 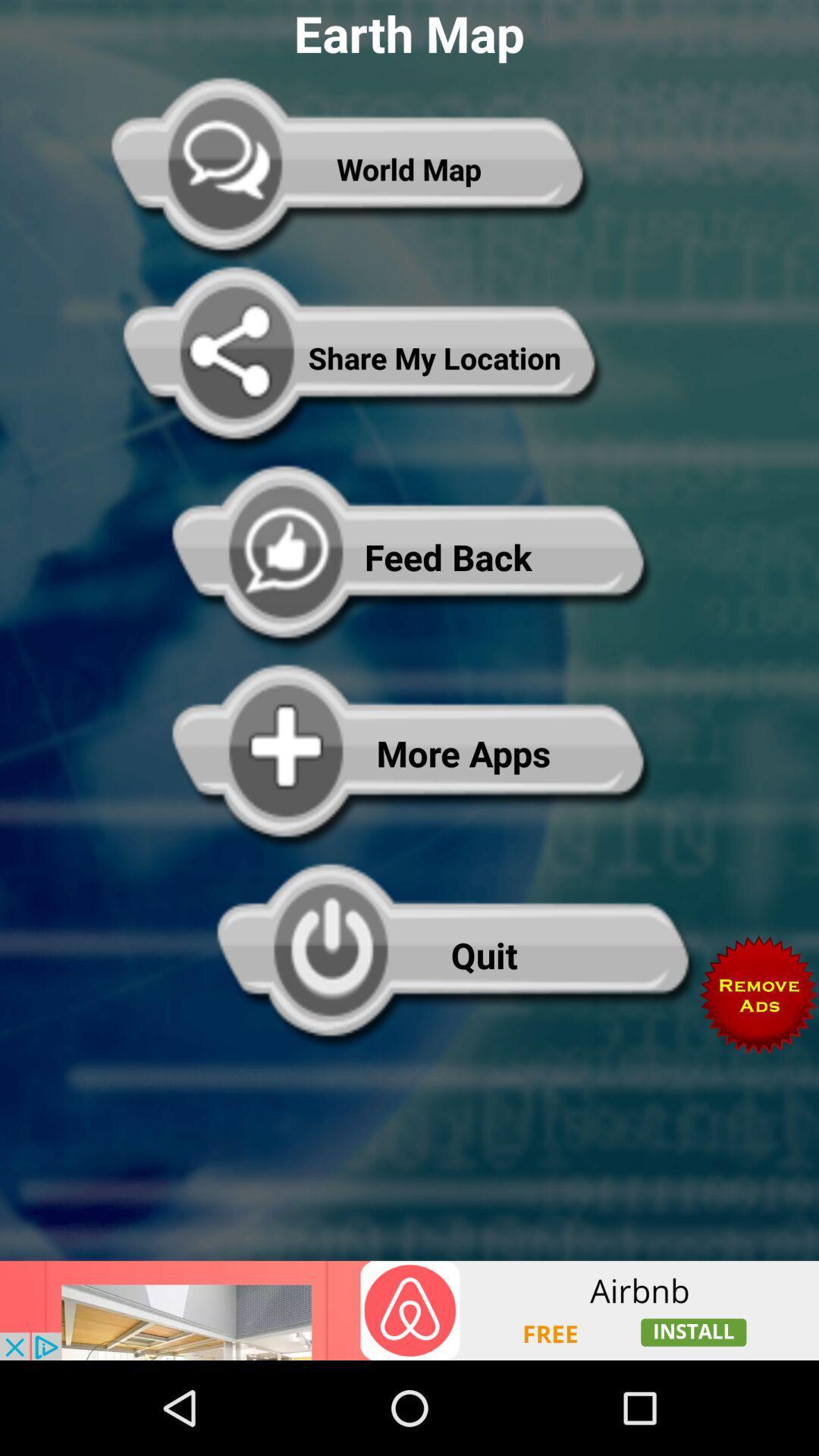 What do you see at coordinates (409, 1310) in the screenshot?
I see `advertisement page` at bounding box center [409, 1310].